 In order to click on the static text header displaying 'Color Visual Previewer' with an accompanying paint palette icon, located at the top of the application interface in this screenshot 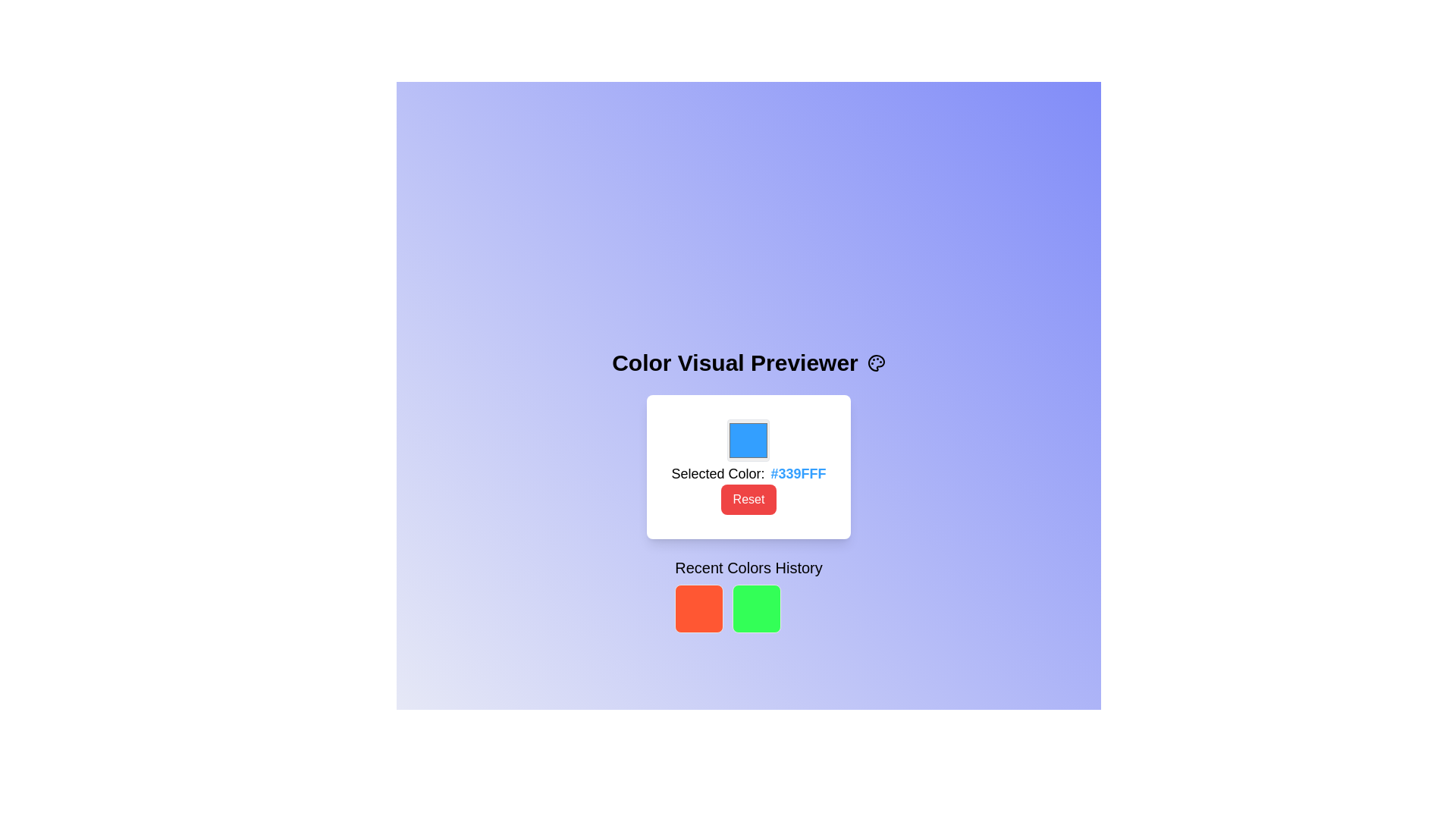, I will do `click(748, 362)`.